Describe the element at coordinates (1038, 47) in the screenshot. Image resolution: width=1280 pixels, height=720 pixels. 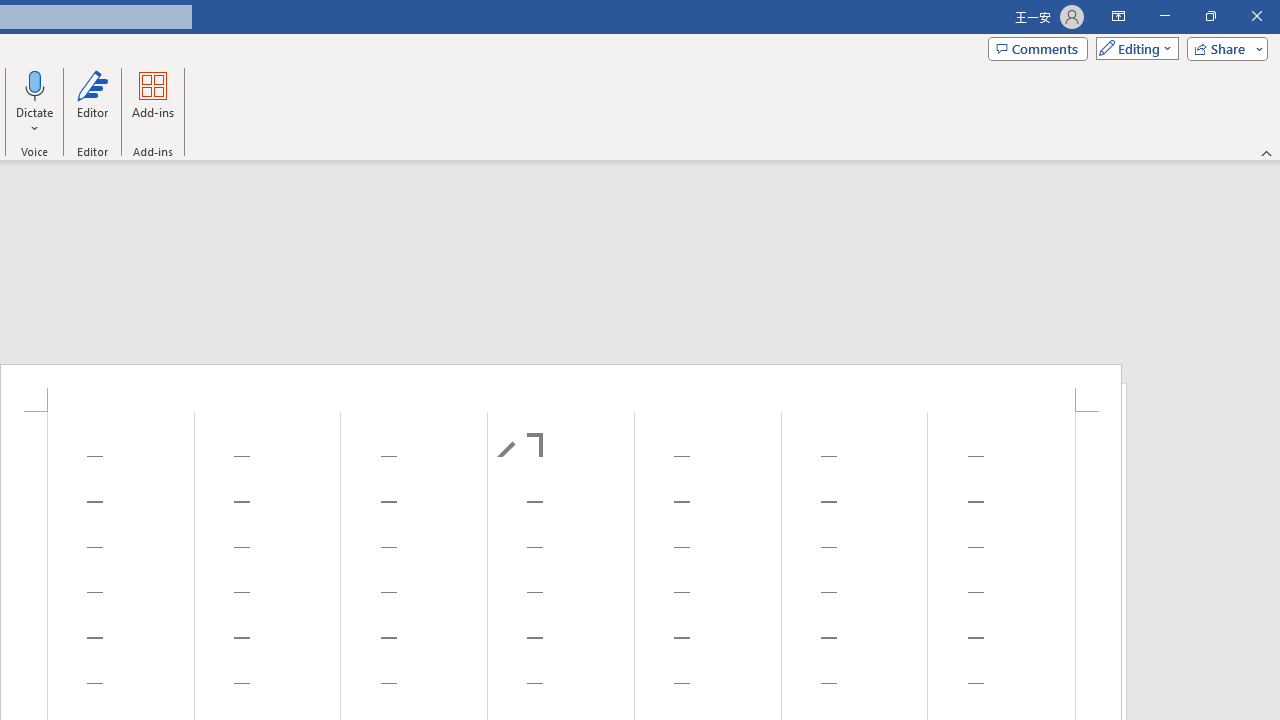
I see `'Comments'` at that location.